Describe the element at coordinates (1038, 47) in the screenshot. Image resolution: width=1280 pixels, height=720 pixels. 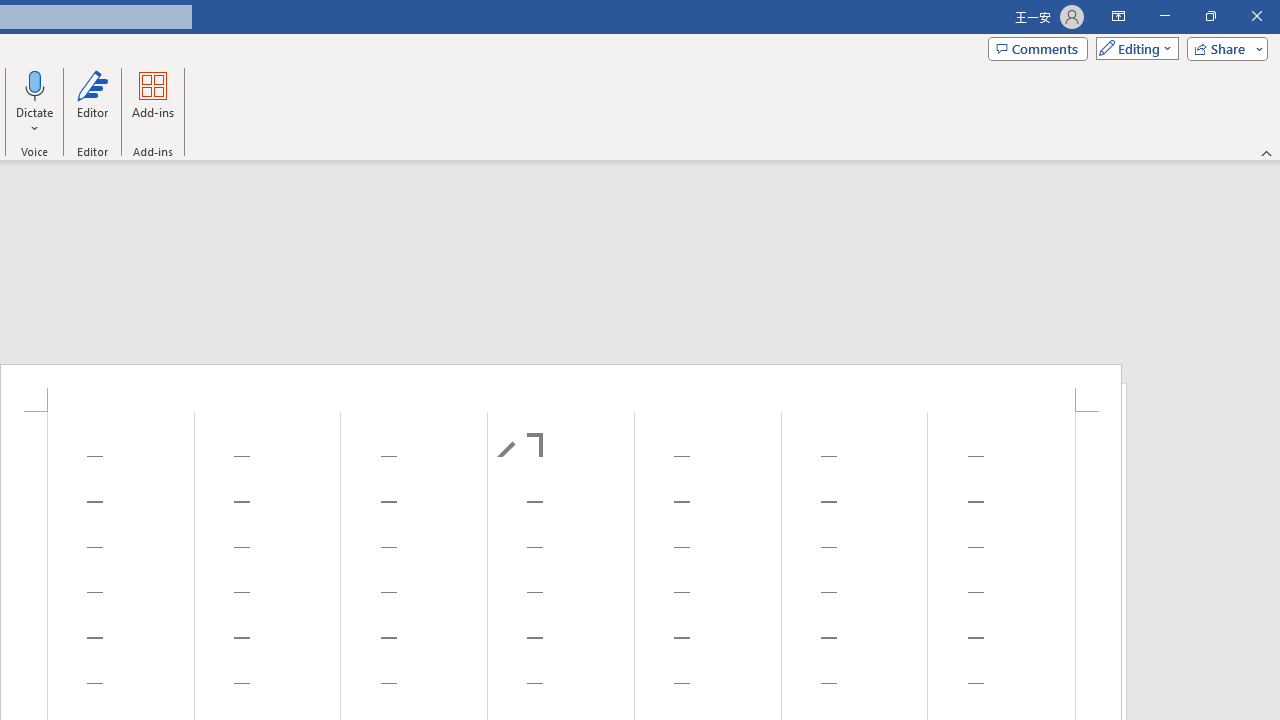
I see `'Comments'` at that location.